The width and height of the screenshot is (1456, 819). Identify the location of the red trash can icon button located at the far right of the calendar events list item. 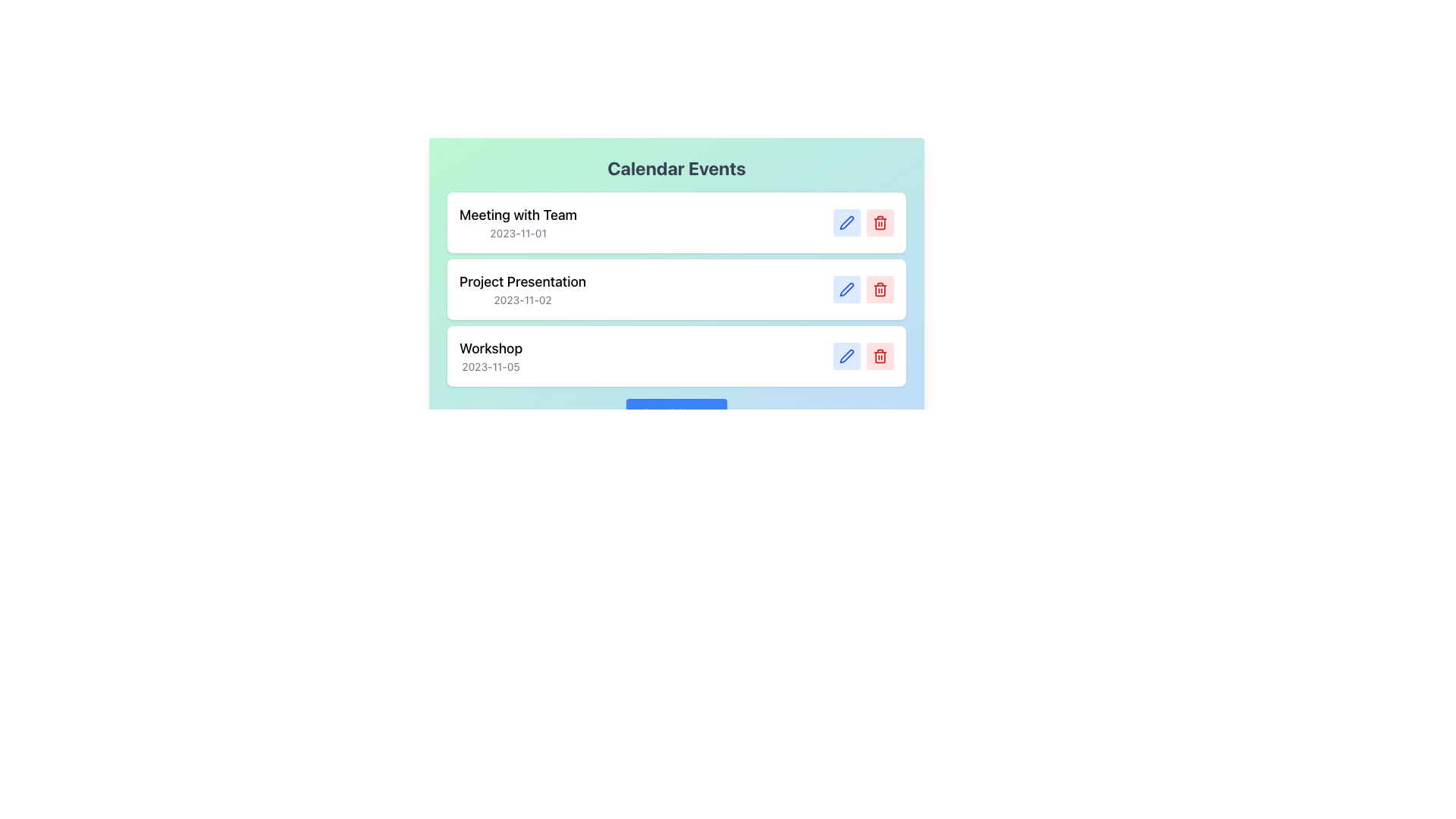
(880, 222).